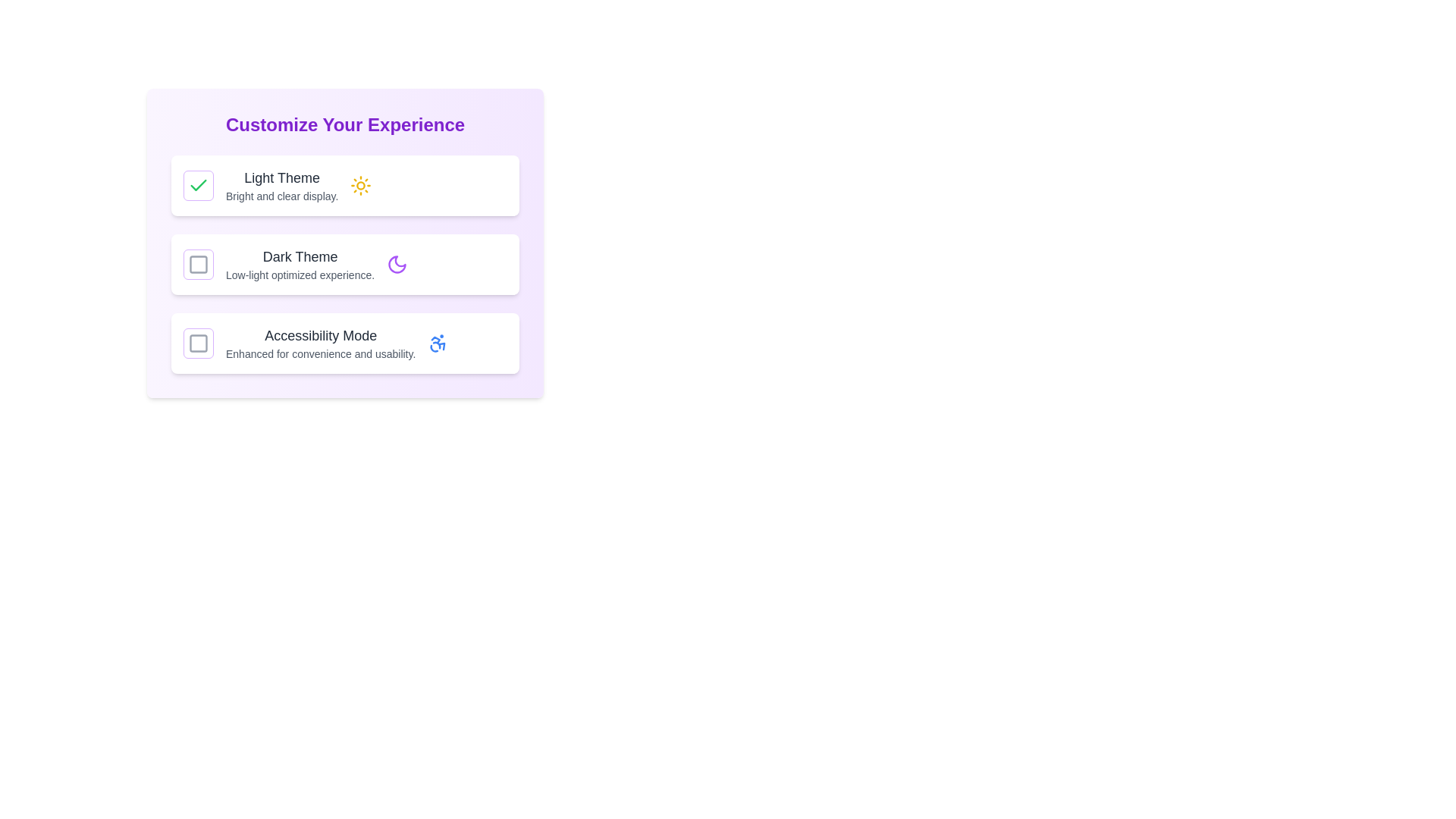 Image resolution: width=1456 pixels, height=819 pixels. I want to click on the static descriptive text displaying 'Low-light optimized experience', which is located beneath the 'Dark Theme' title text in the 'Customize Your Experience' interface, so click(300, 275).